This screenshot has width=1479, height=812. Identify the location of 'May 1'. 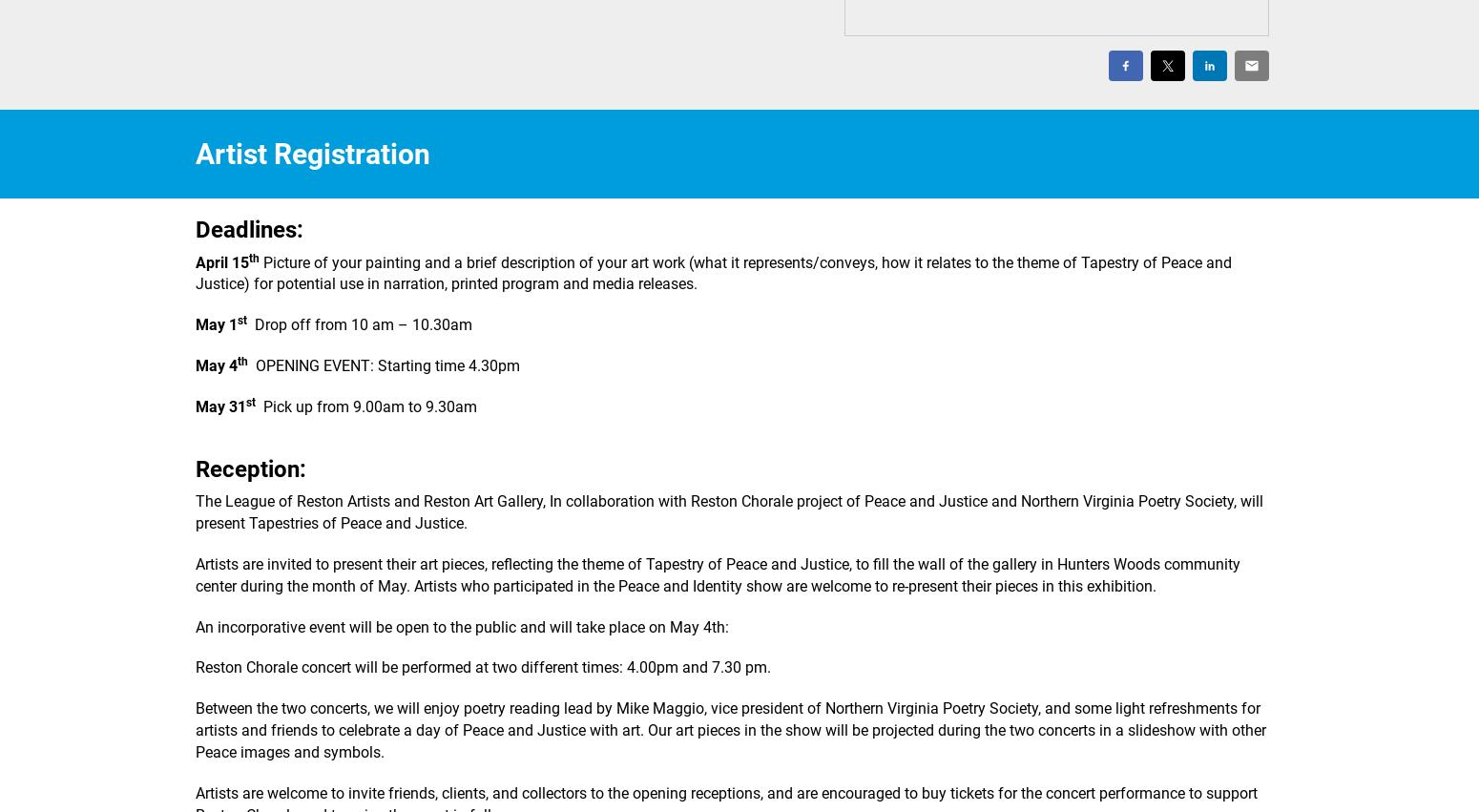
(216, 323).